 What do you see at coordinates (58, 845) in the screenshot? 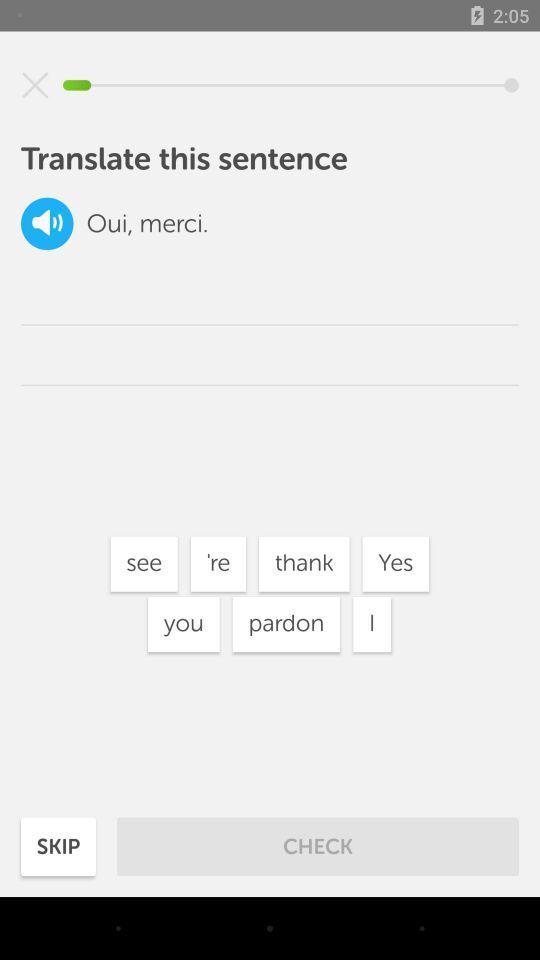
I see `the icon next to the check item` at bounding box center [58, 845].